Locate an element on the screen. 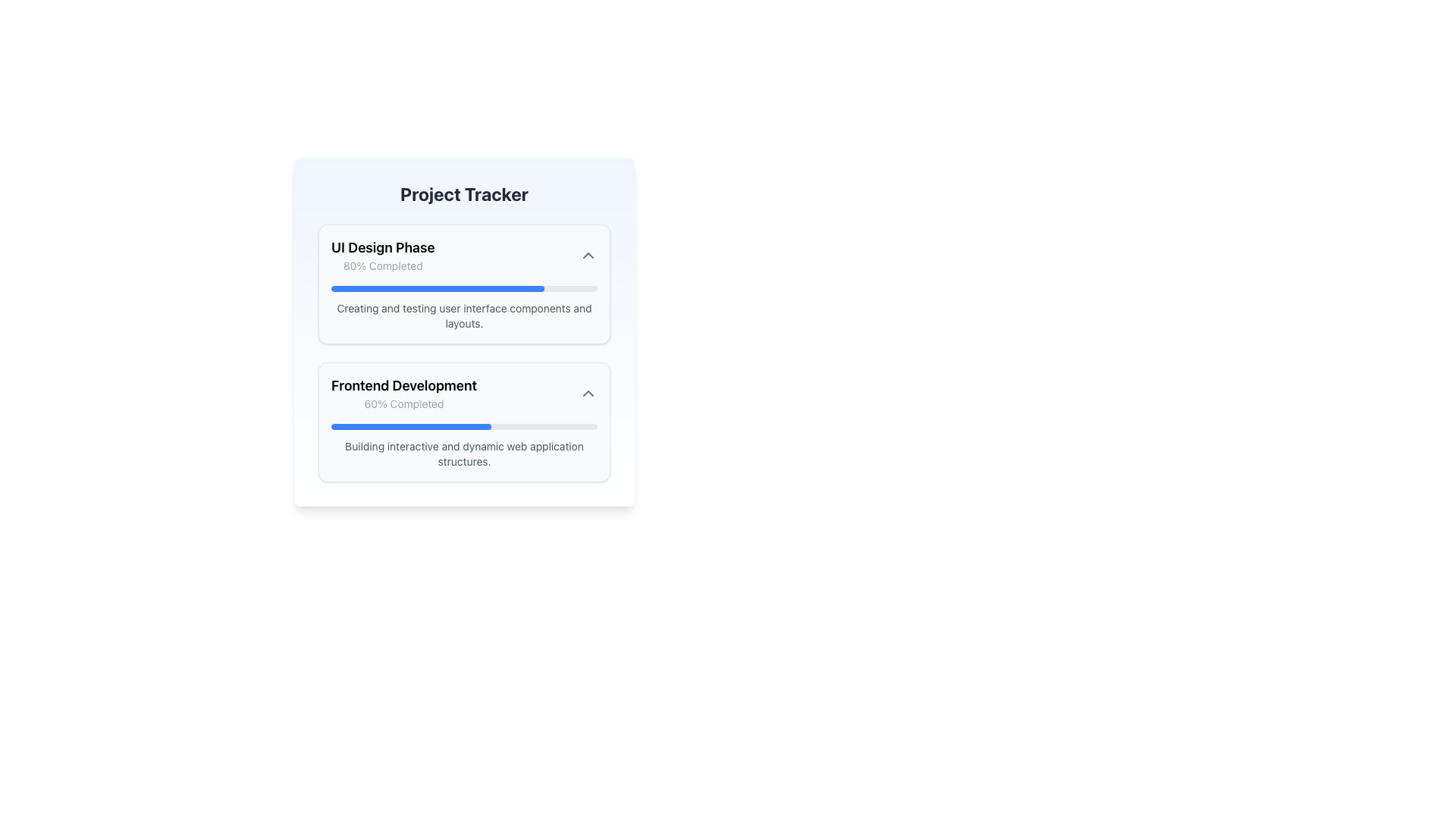  the progress indicators panel is located at coordinates (463, 353).